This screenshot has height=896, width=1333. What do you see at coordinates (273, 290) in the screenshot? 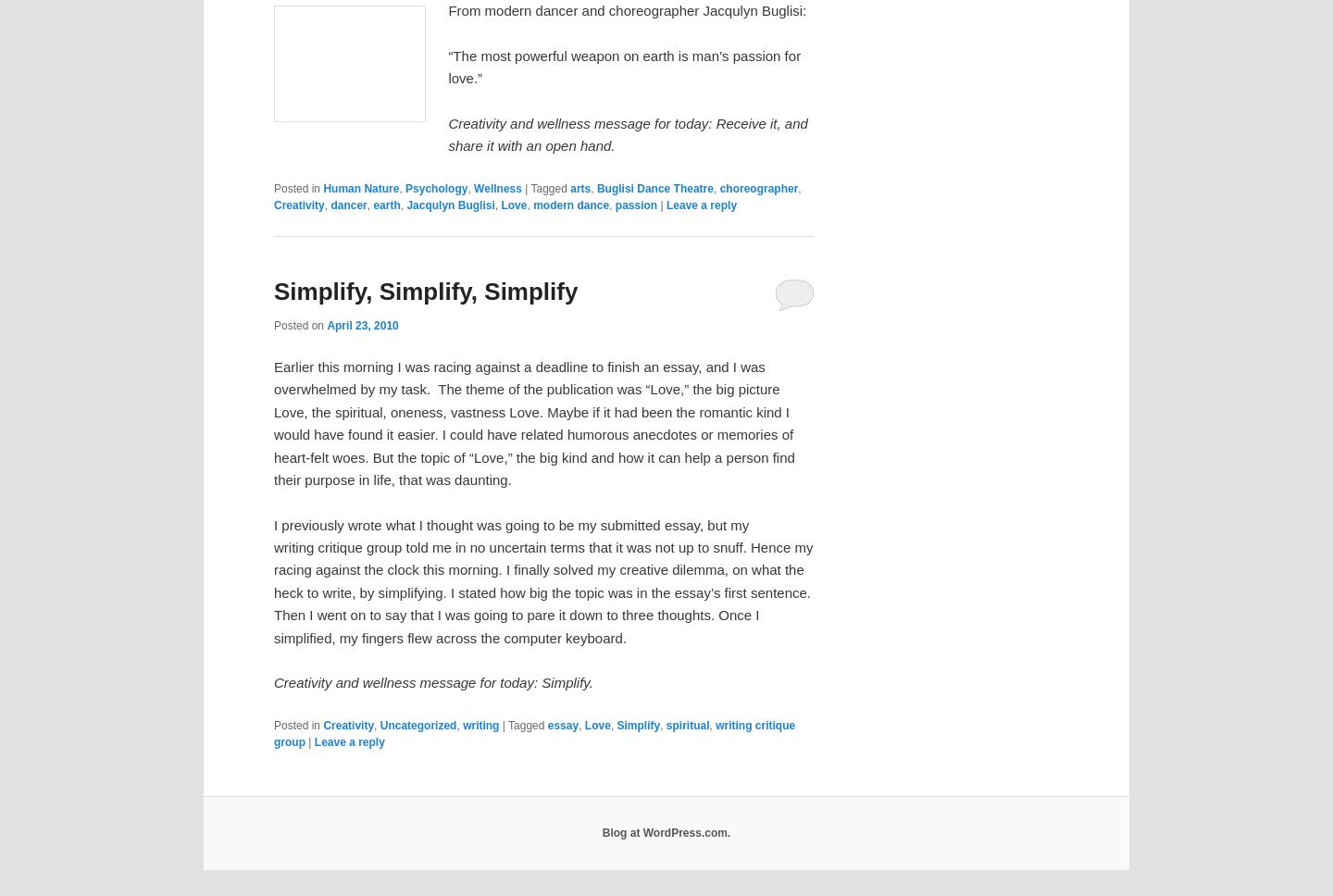
I see `'Simplify, Simplify, Simplify'` at bounding box center [273, 290].